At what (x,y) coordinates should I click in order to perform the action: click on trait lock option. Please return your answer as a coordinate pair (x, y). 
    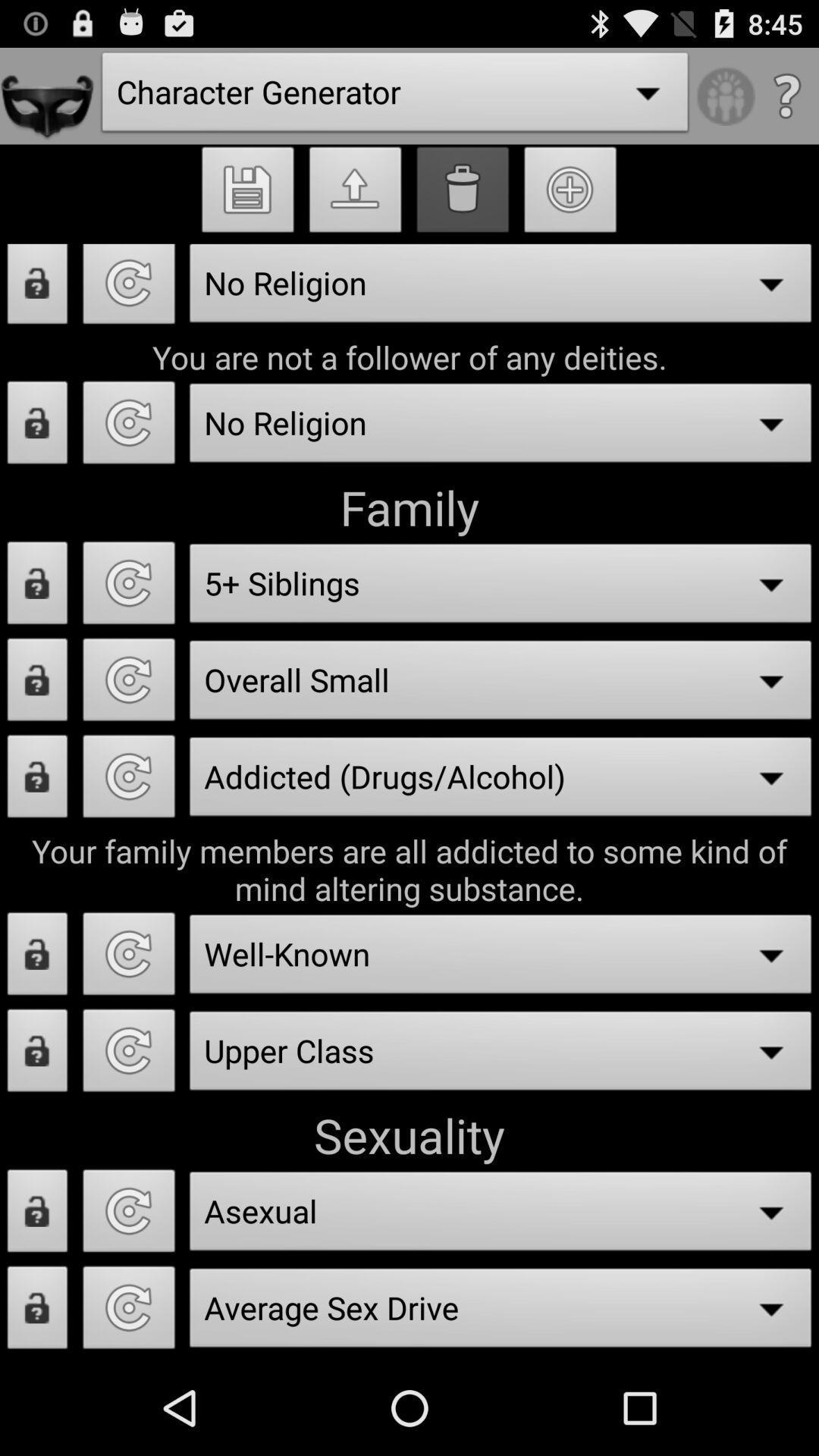
    Looking at the image, I should click on (36, 683).